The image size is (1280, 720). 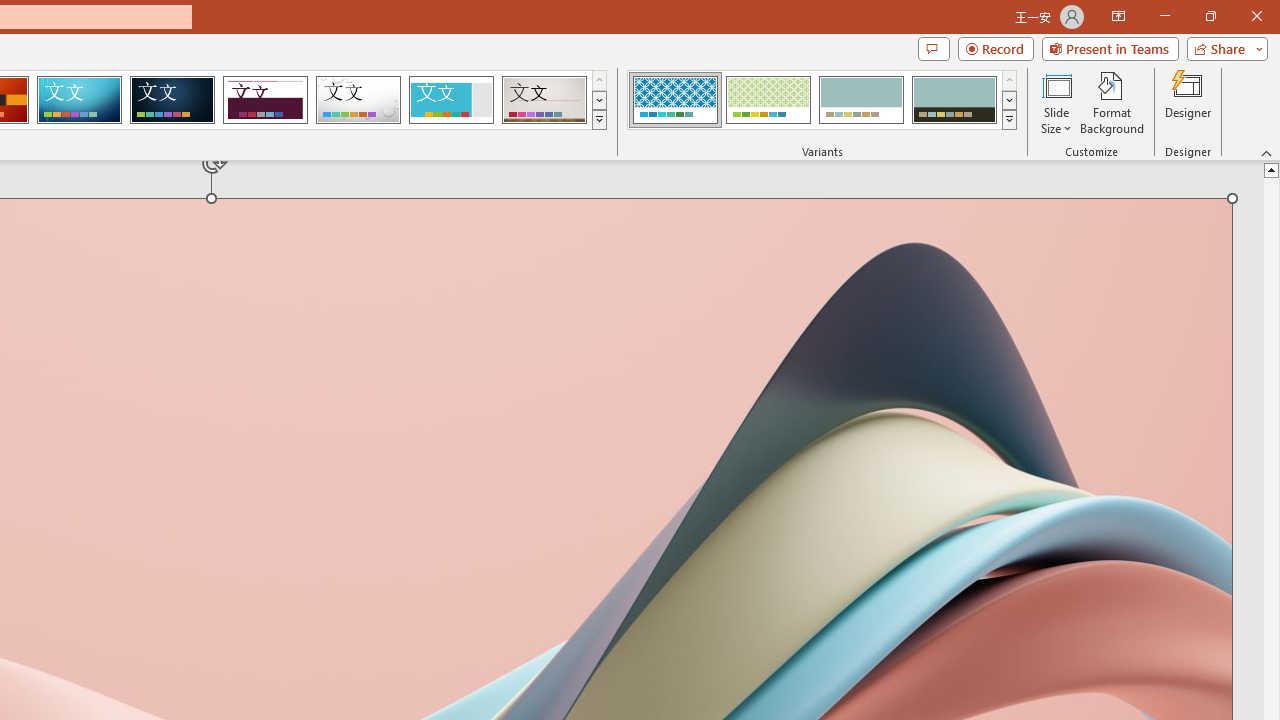 I want to click on 'Integral Variant 1', so click(x=675, y=100).